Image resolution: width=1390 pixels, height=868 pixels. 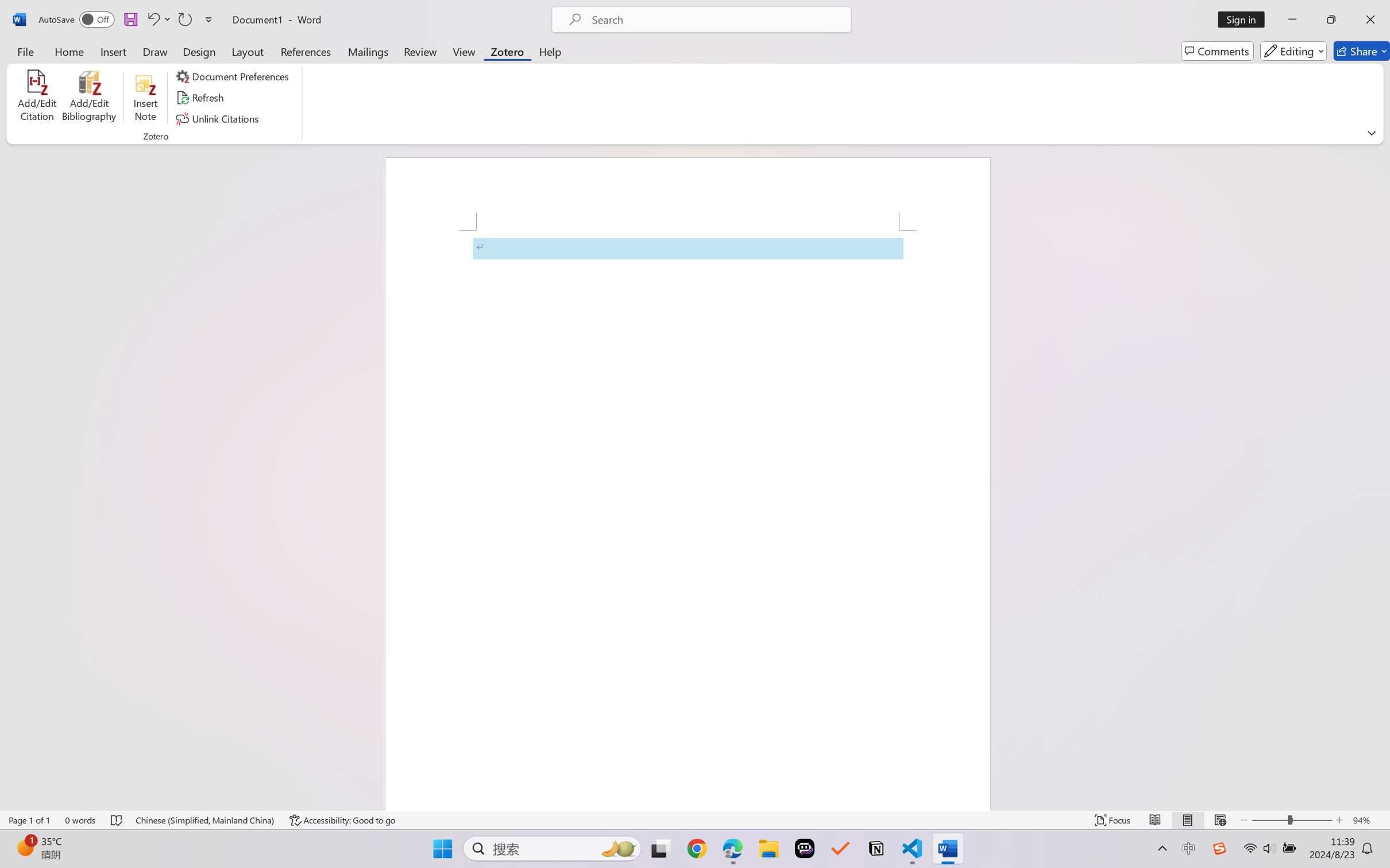 What do you see at coordinates (88, 98) in the screenshot?
I see `'Add/Edit Bibliography'` at bounding box center [88, 98].